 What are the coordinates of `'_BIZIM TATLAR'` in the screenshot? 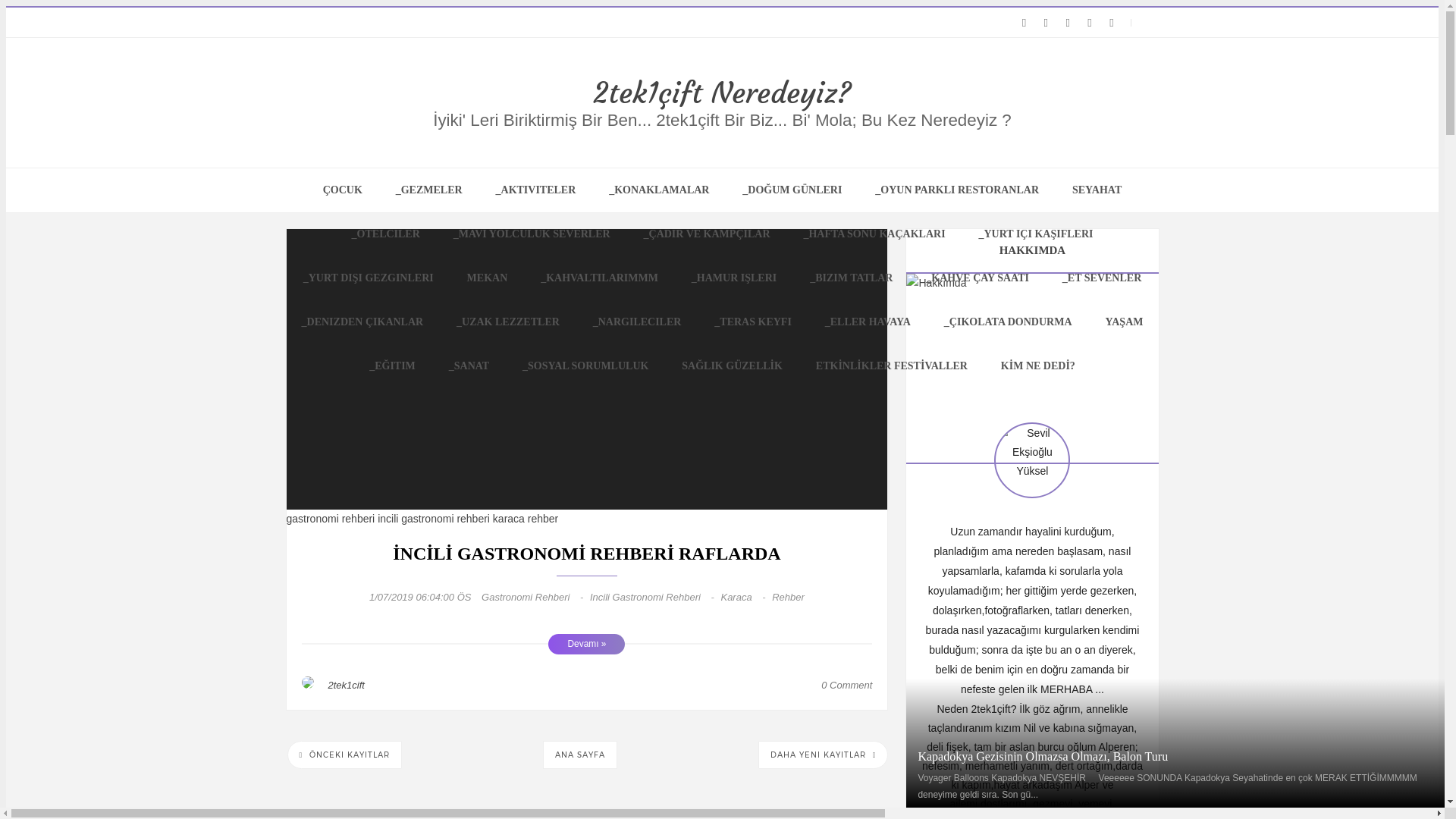 It's located at (793, 278).